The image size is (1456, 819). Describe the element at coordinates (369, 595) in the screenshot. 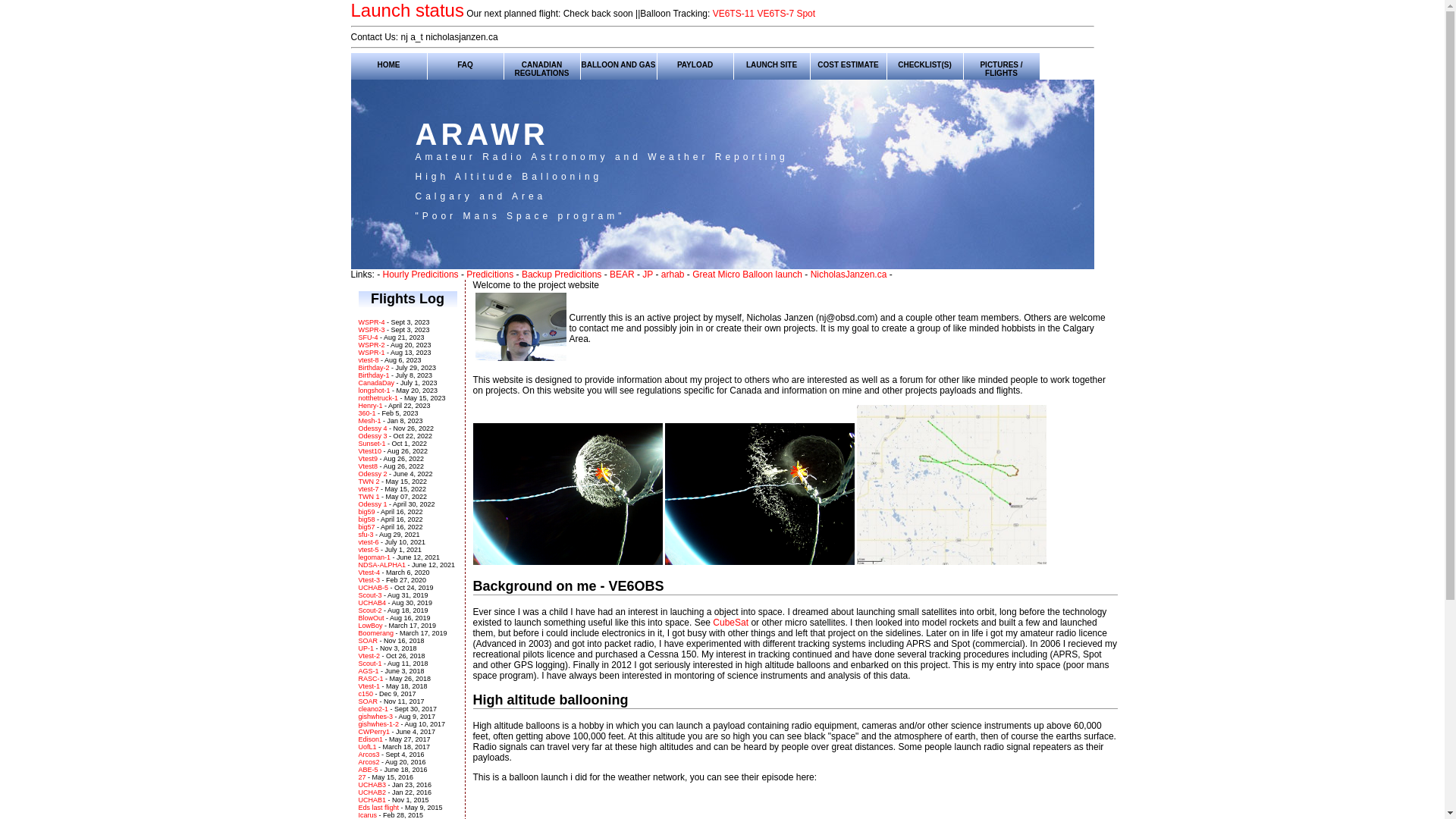

I see `'Scout-3'` at that location.